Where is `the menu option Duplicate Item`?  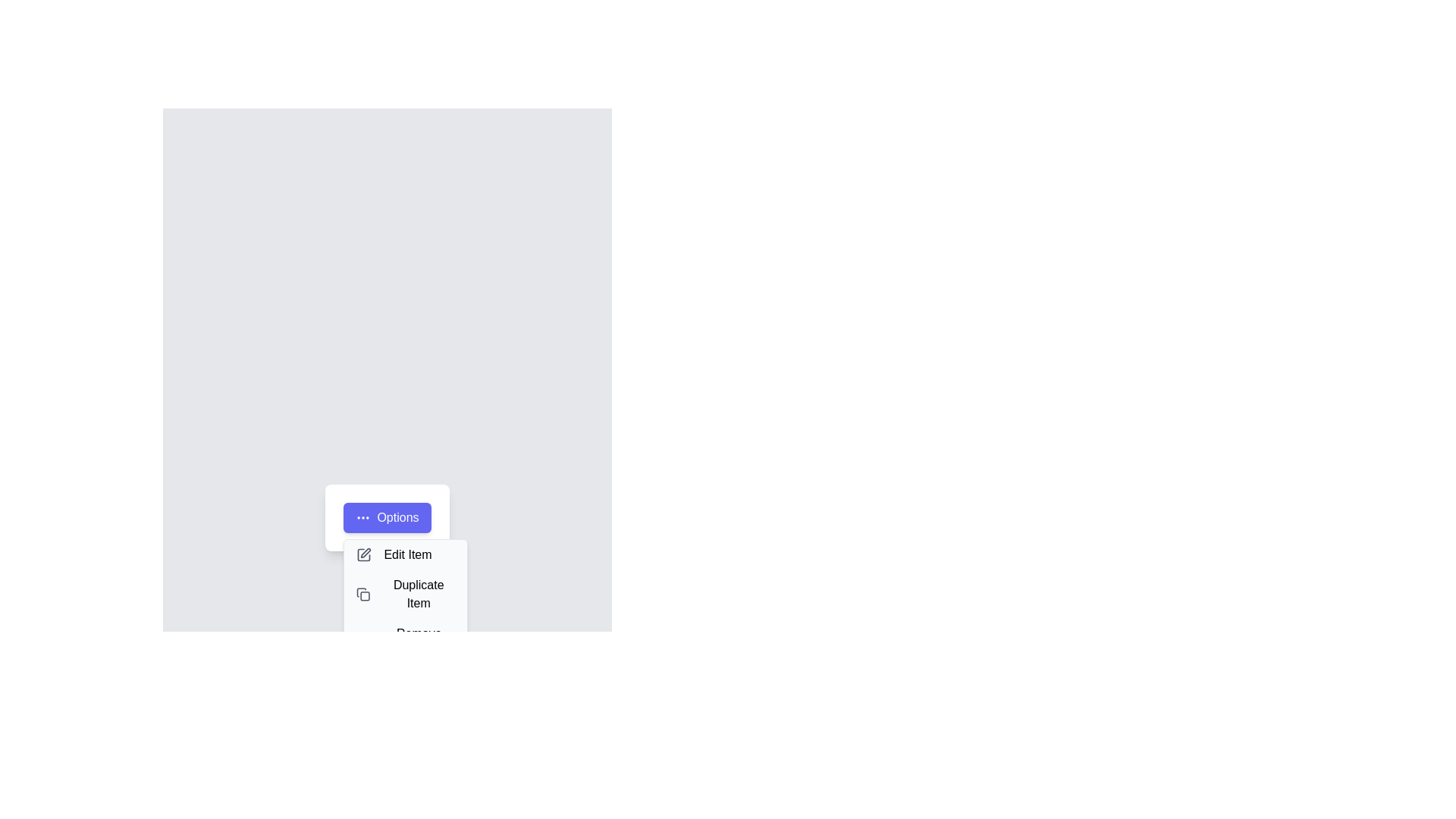
the menu option Duplicate Item is located at coordinates (405, 593).